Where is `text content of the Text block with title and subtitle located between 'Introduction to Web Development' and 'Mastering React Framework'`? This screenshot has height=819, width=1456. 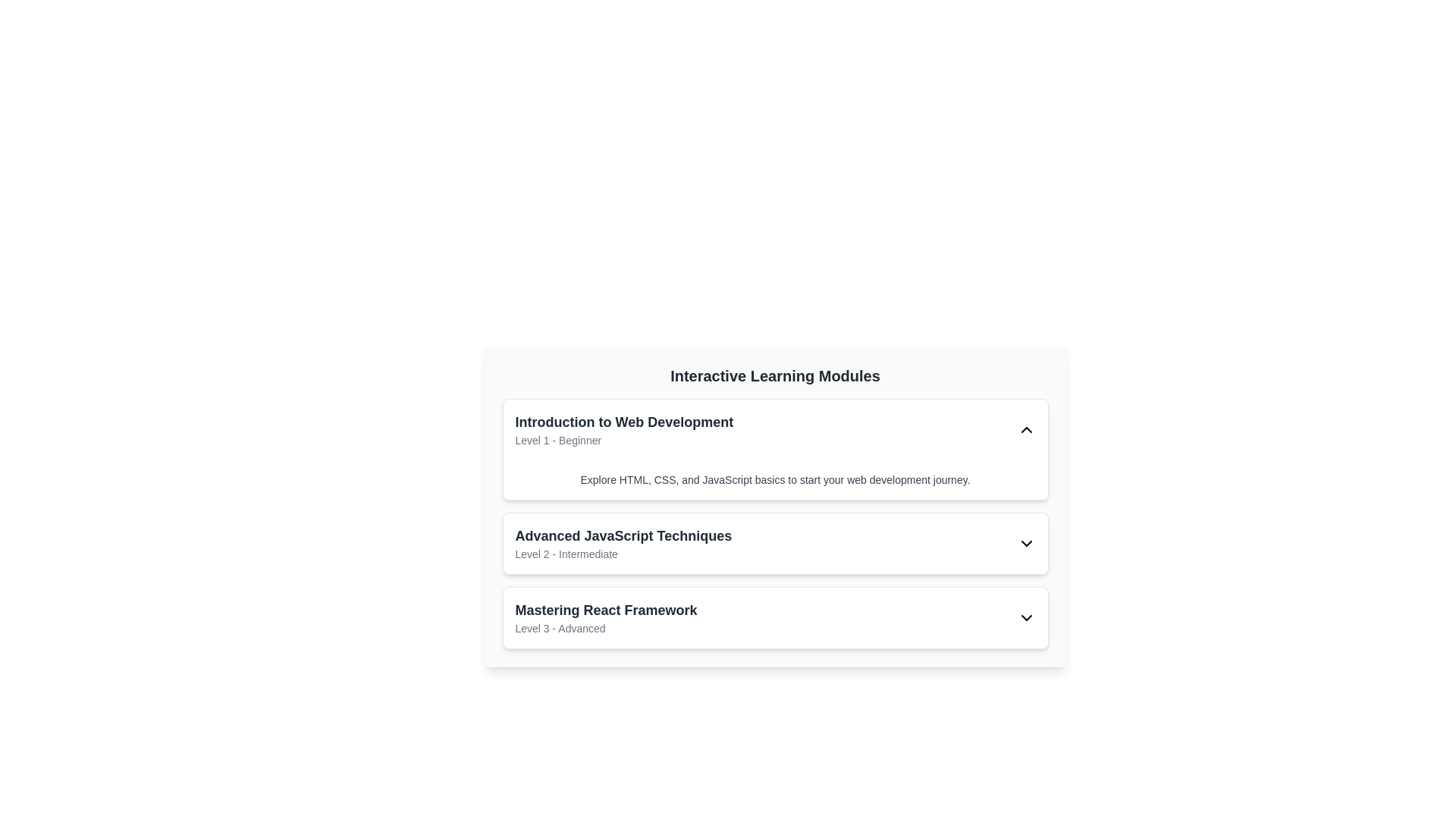 text content of the Text block with title and subtitle located between 'Introduction to Web Development' and 'Mastering React Framework' is located at coordinates (623, 543).